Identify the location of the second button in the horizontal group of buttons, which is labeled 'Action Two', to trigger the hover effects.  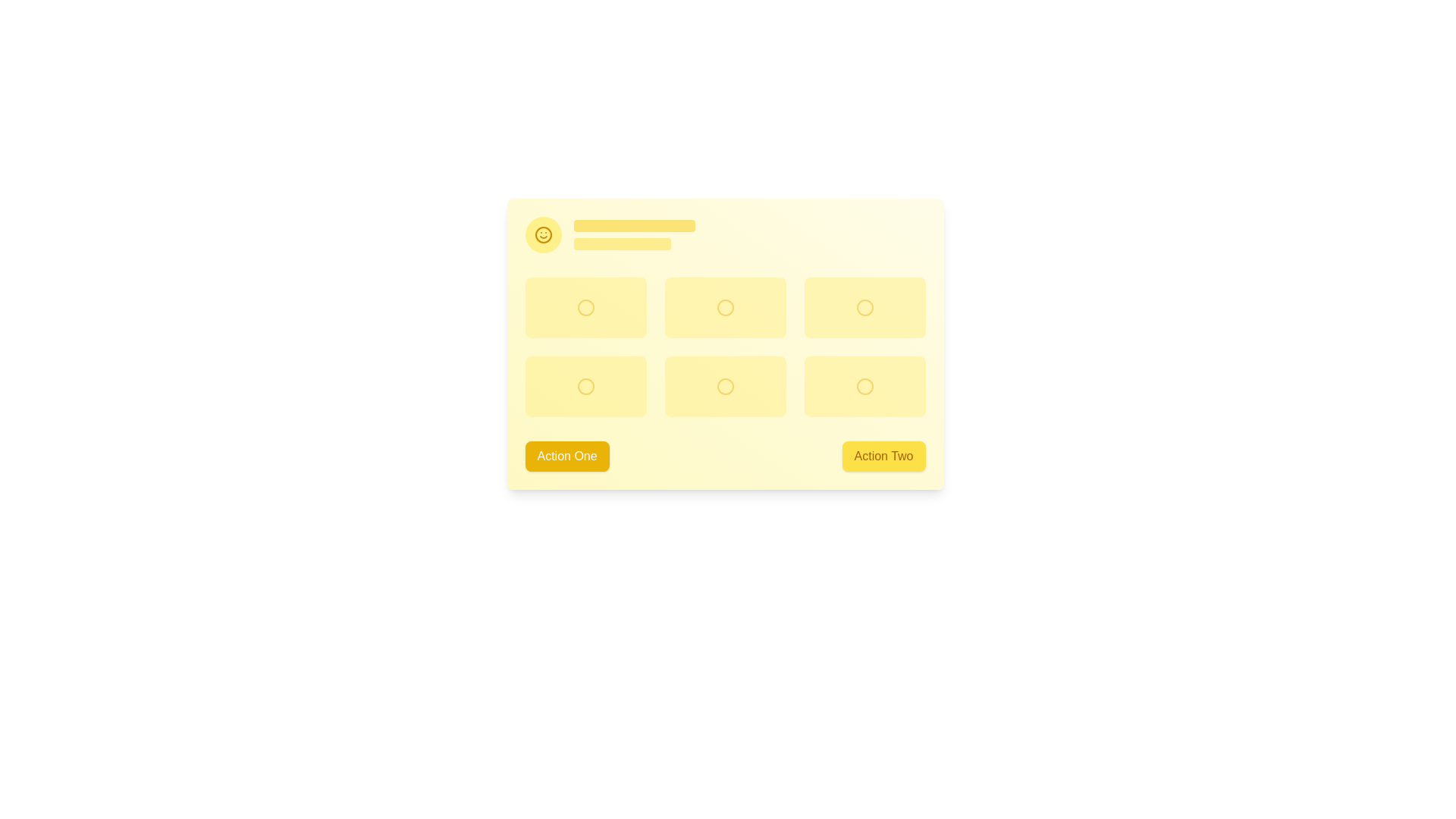
(883, 455).